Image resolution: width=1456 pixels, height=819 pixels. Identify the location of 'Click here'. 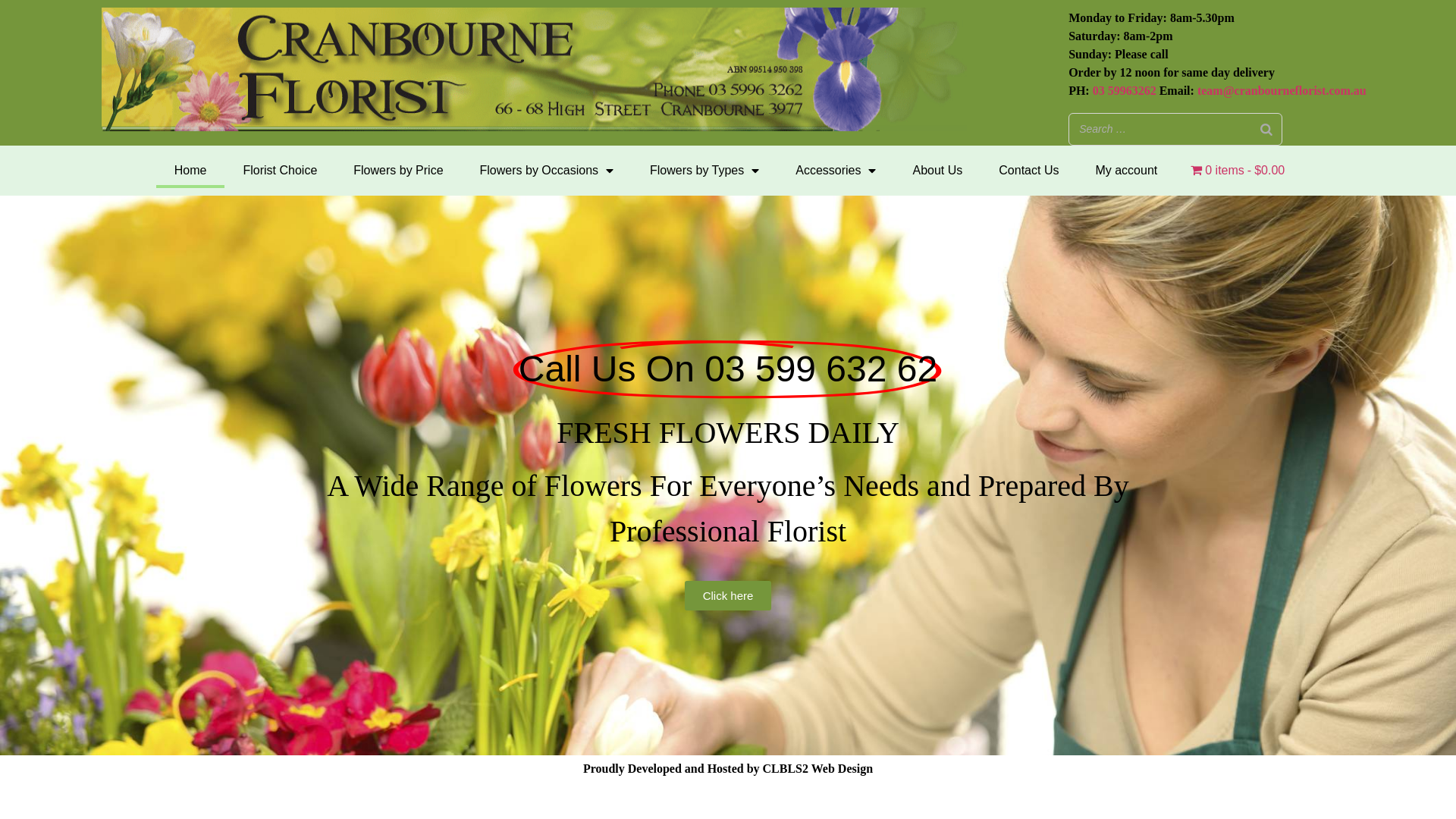
(728, 595).